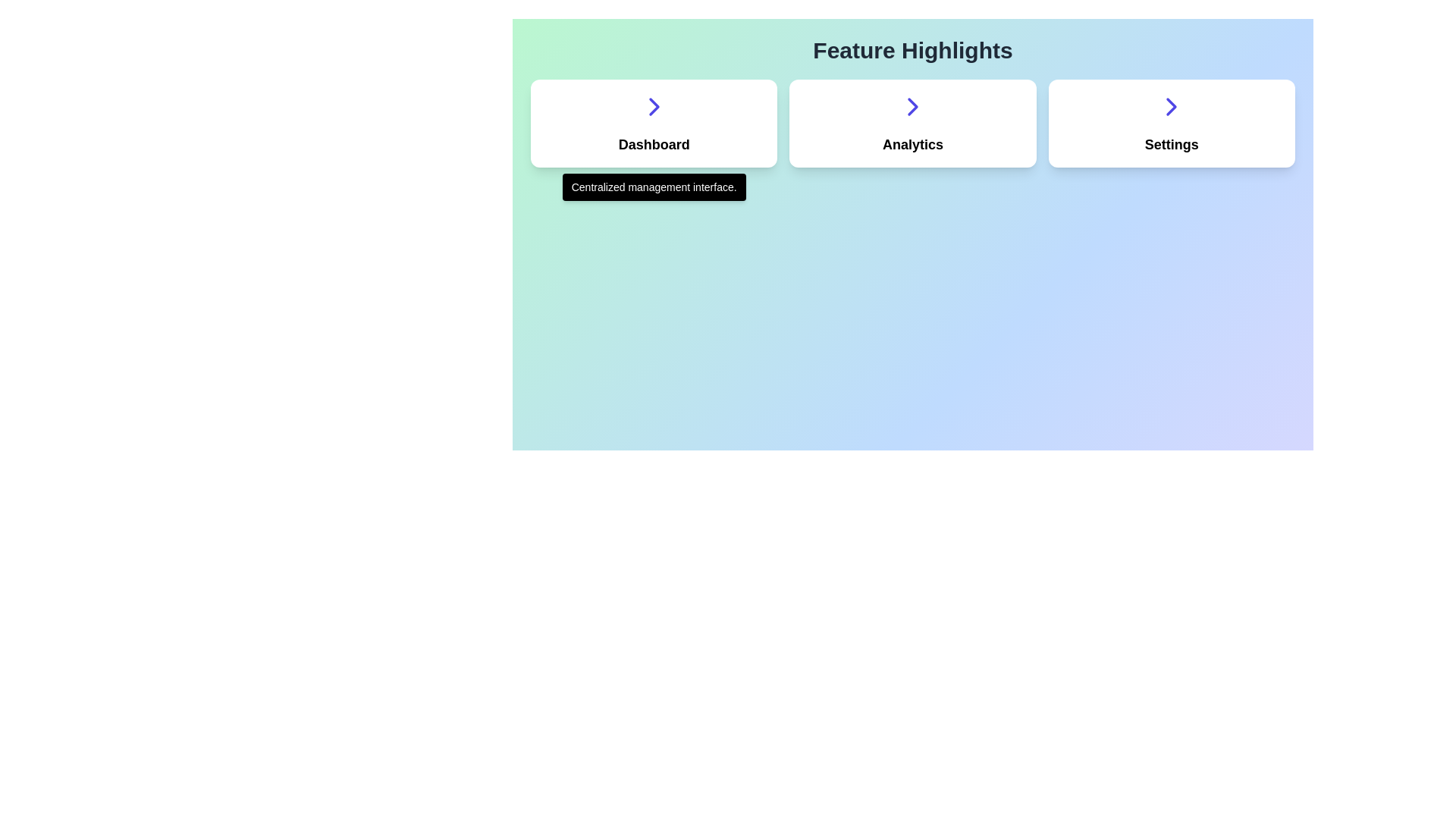 Image resolution: width=1456 pixels, height=819 pixels. Describe the element at coordinates (654, 186) in the screenshot. I see `the tooltip providing additional information about the 'Dashboard' card, which is located directly below the card in the 'Feature Highlights' section` at that location.